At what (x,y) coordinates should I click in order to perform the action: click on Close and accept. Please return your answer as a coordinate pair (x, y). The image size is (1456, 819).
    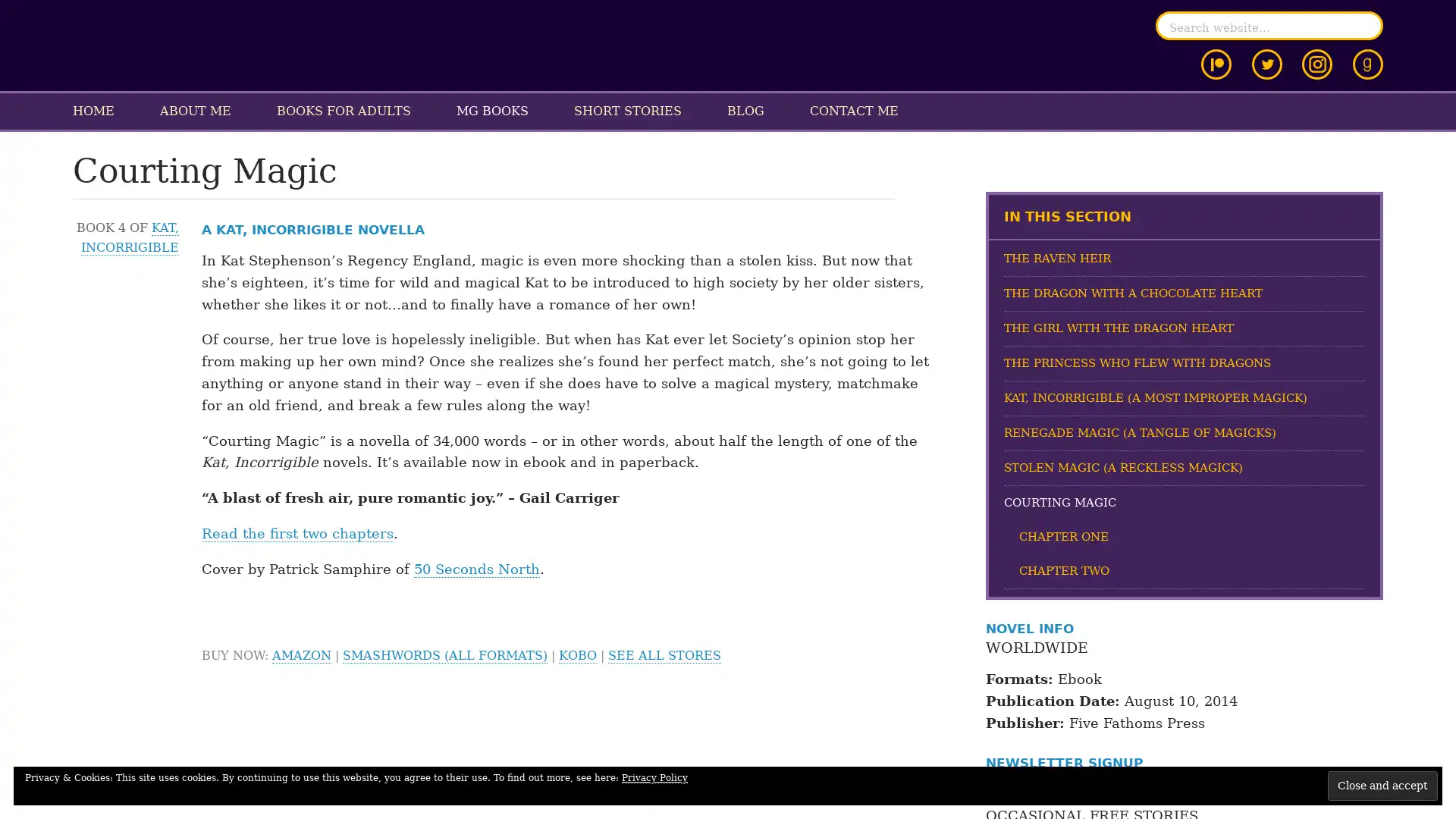
    Looking at the image, I should click on (1382, 785).